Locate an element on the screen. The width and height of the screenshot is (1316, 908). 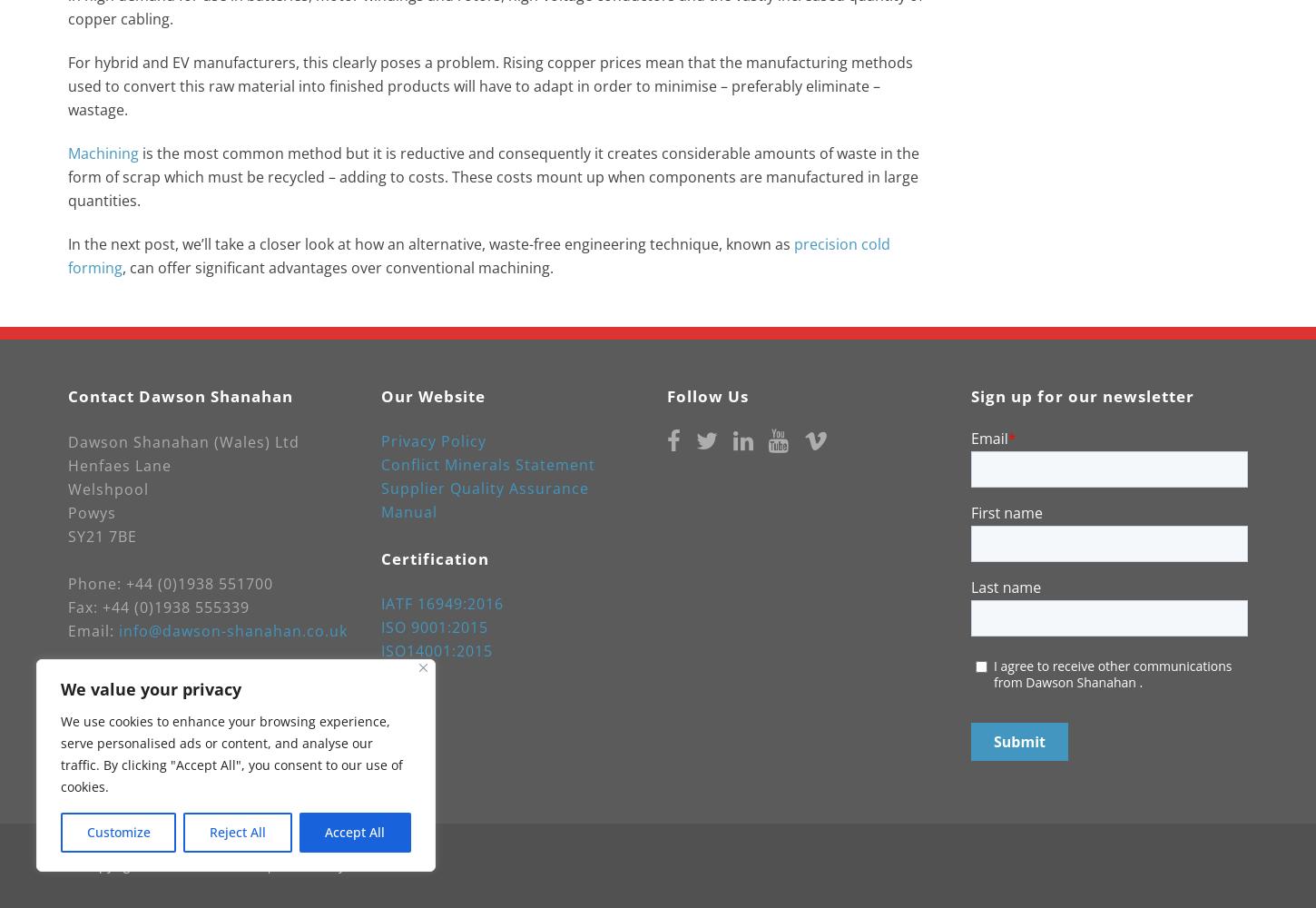
'We value your privacy' is located at coordinates (150, 689).